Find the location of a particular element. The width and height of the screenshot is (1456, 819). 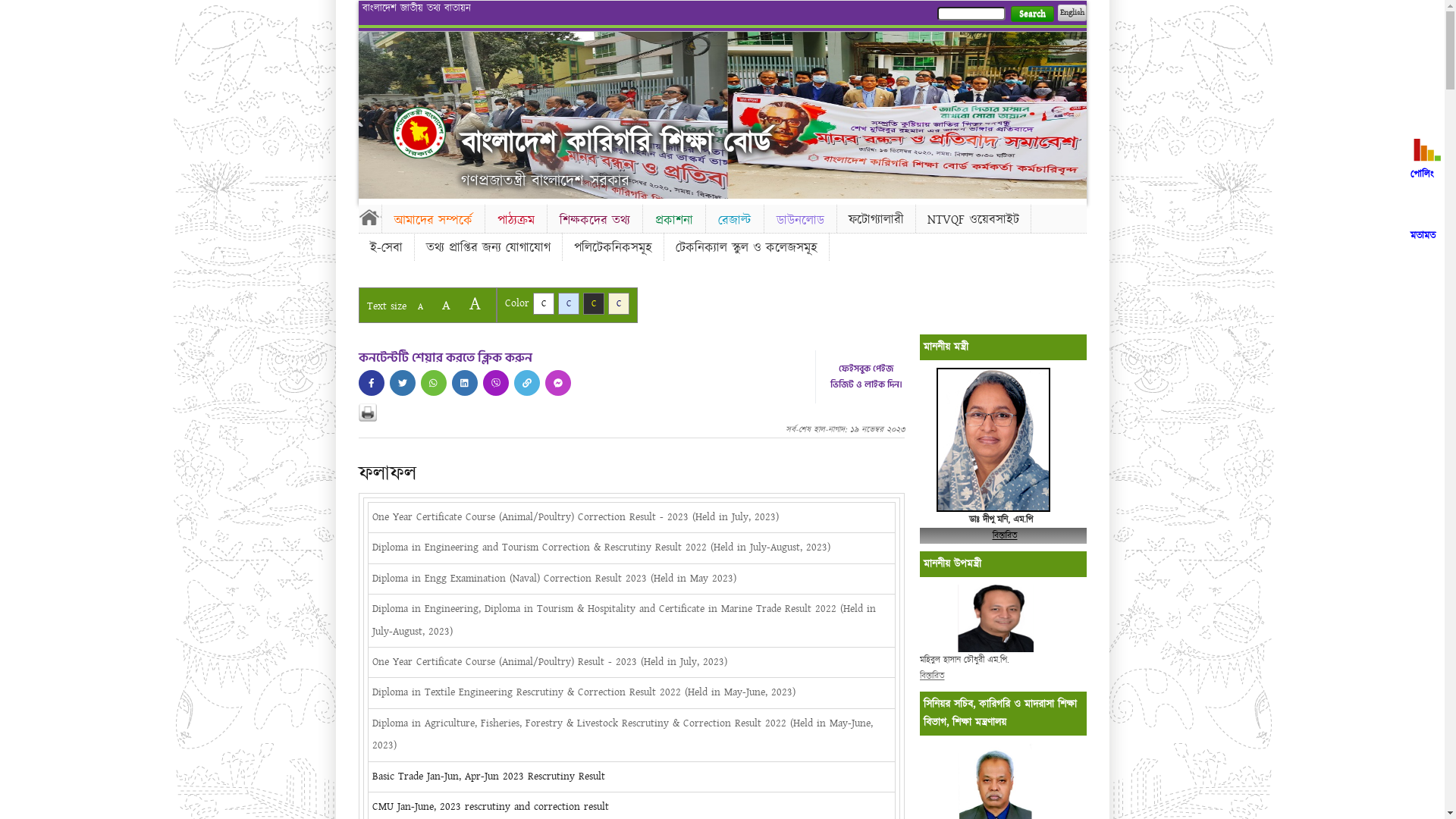

'C' is located at coordinates (619, 303).